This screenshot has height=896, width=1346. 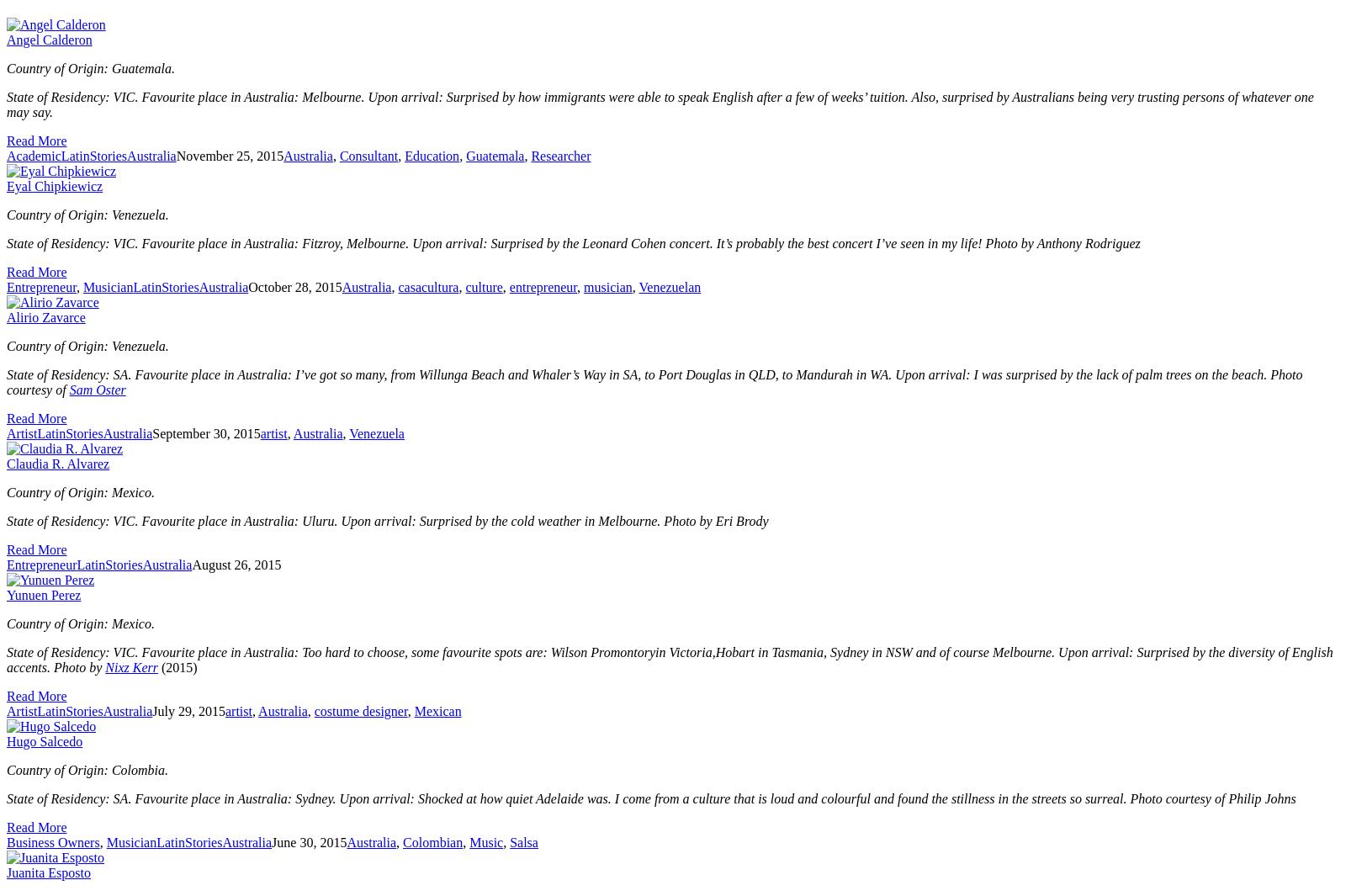 What do you see at coordinates (205, 432) in the screenshot?
I see `'September 30, 2015'` at bounding box center [205, 432].